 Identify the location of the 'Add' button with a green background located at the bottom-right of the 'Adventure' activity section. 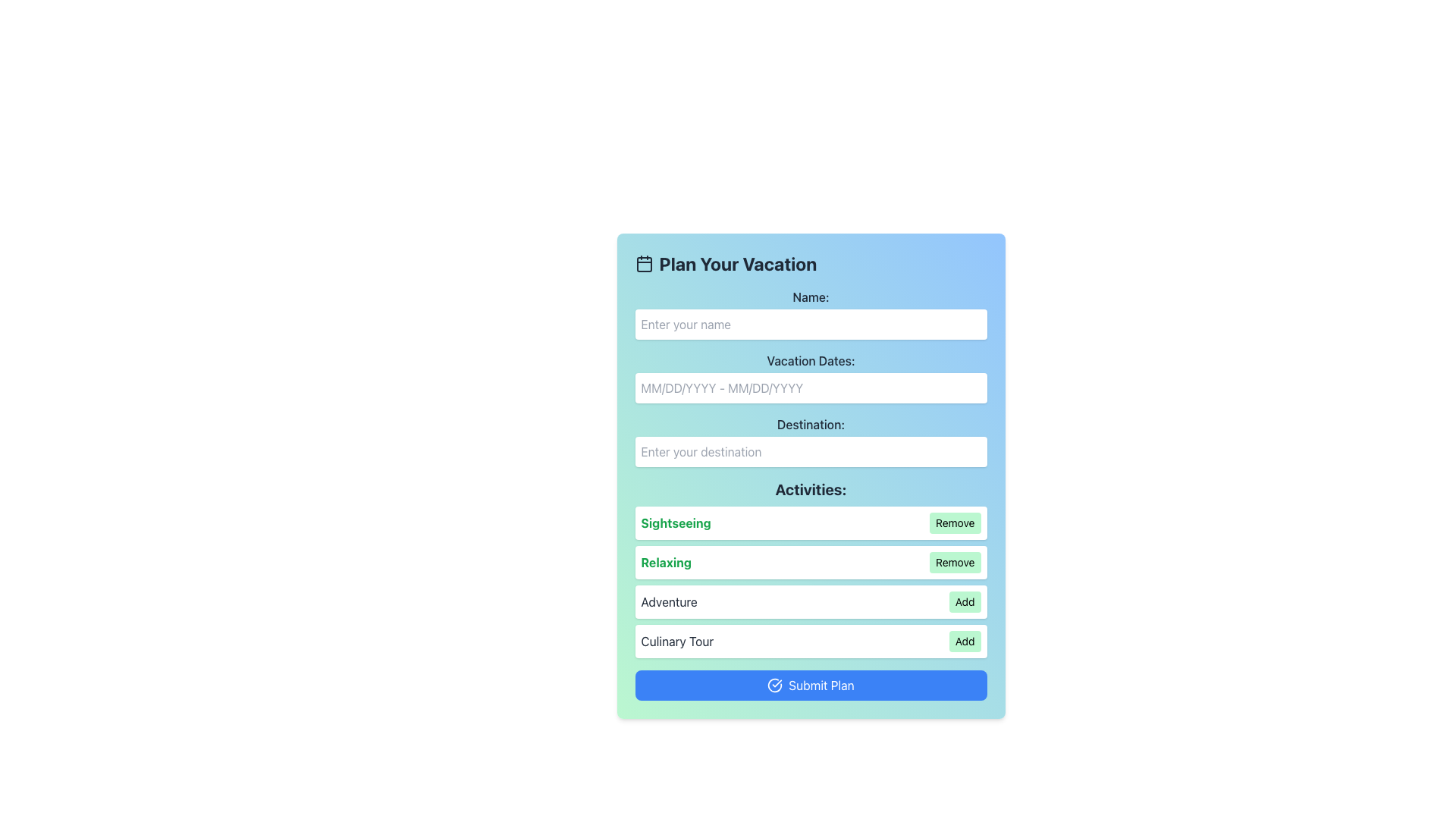
(964, 601).